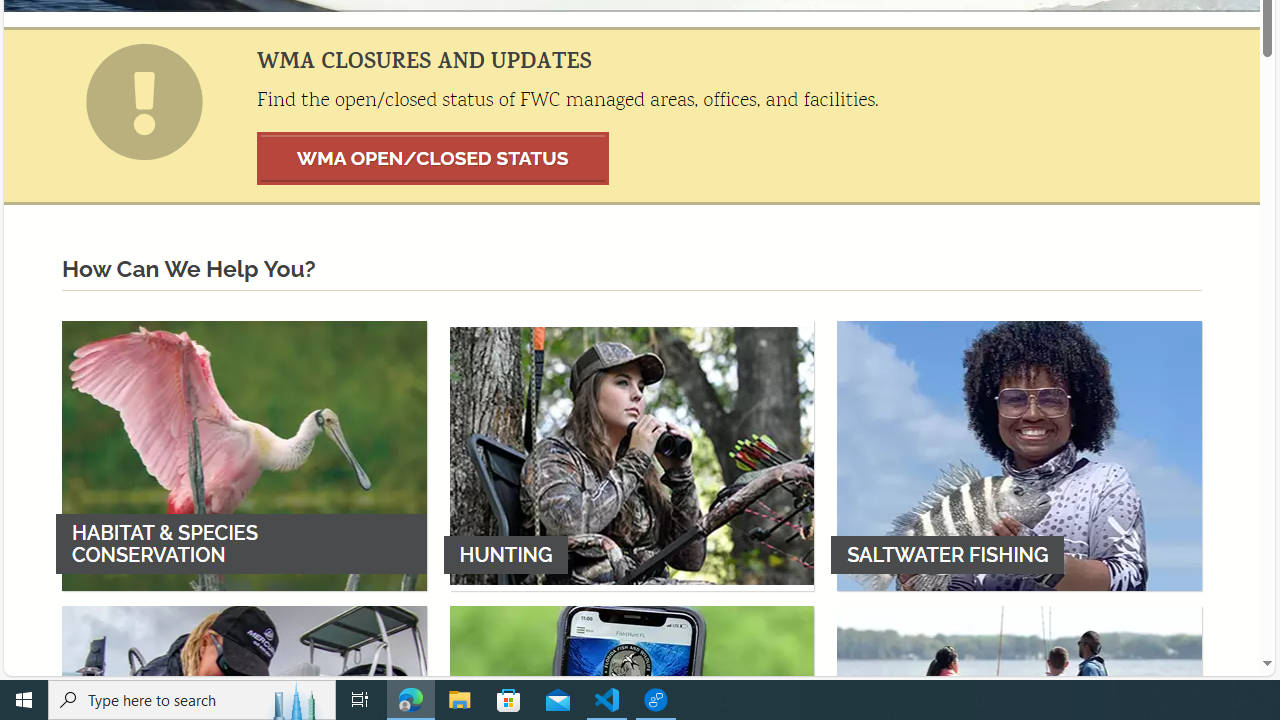  Describe the element at coordinates (432, 157) in the screenshot. I see `'WMA OPEN/CLOSED STATUS'` at that location.